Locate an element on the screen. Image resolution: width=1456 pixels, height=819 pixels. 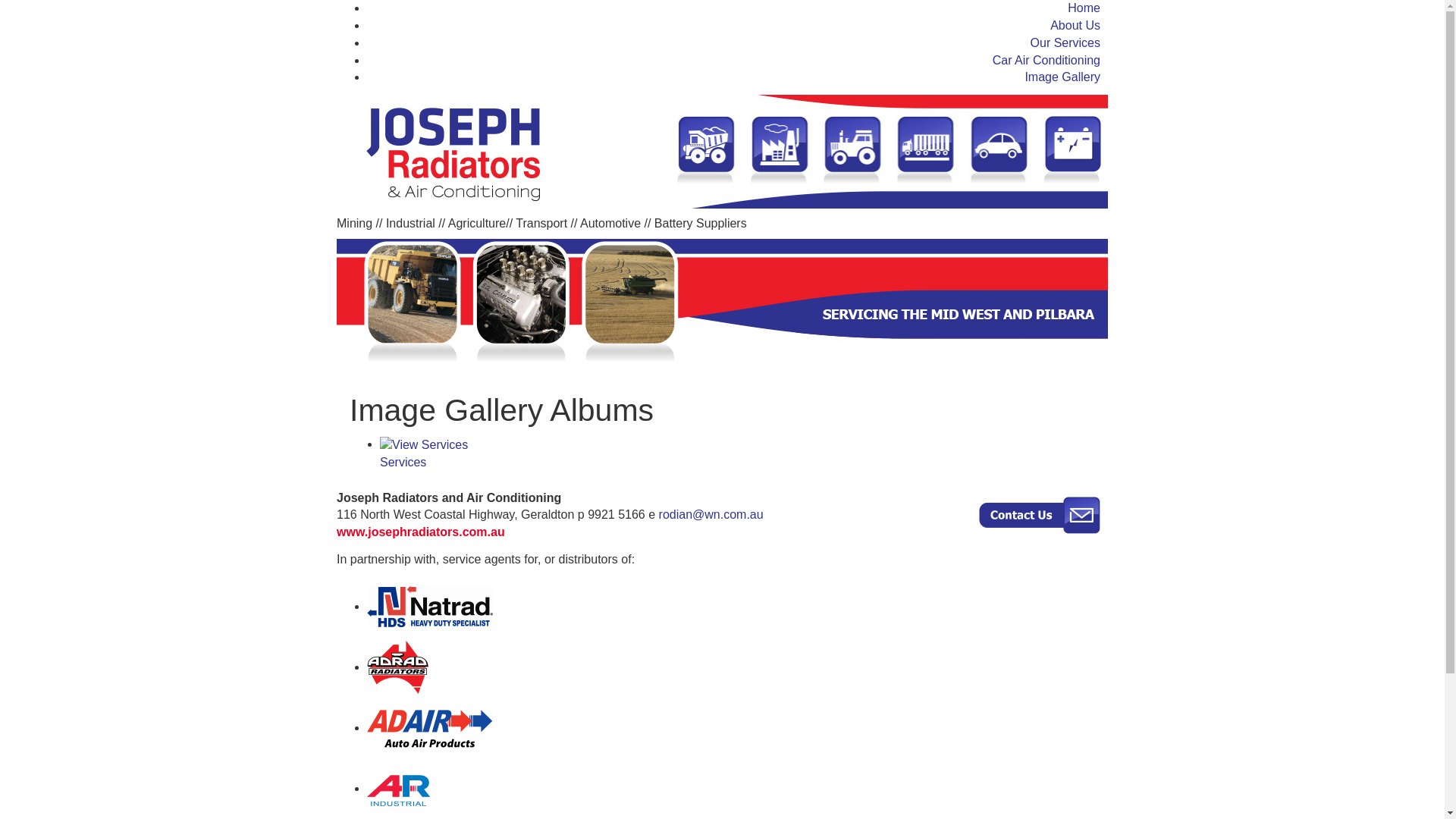
'www.josephradiators.com.au' is located at coordinates (421, 531).